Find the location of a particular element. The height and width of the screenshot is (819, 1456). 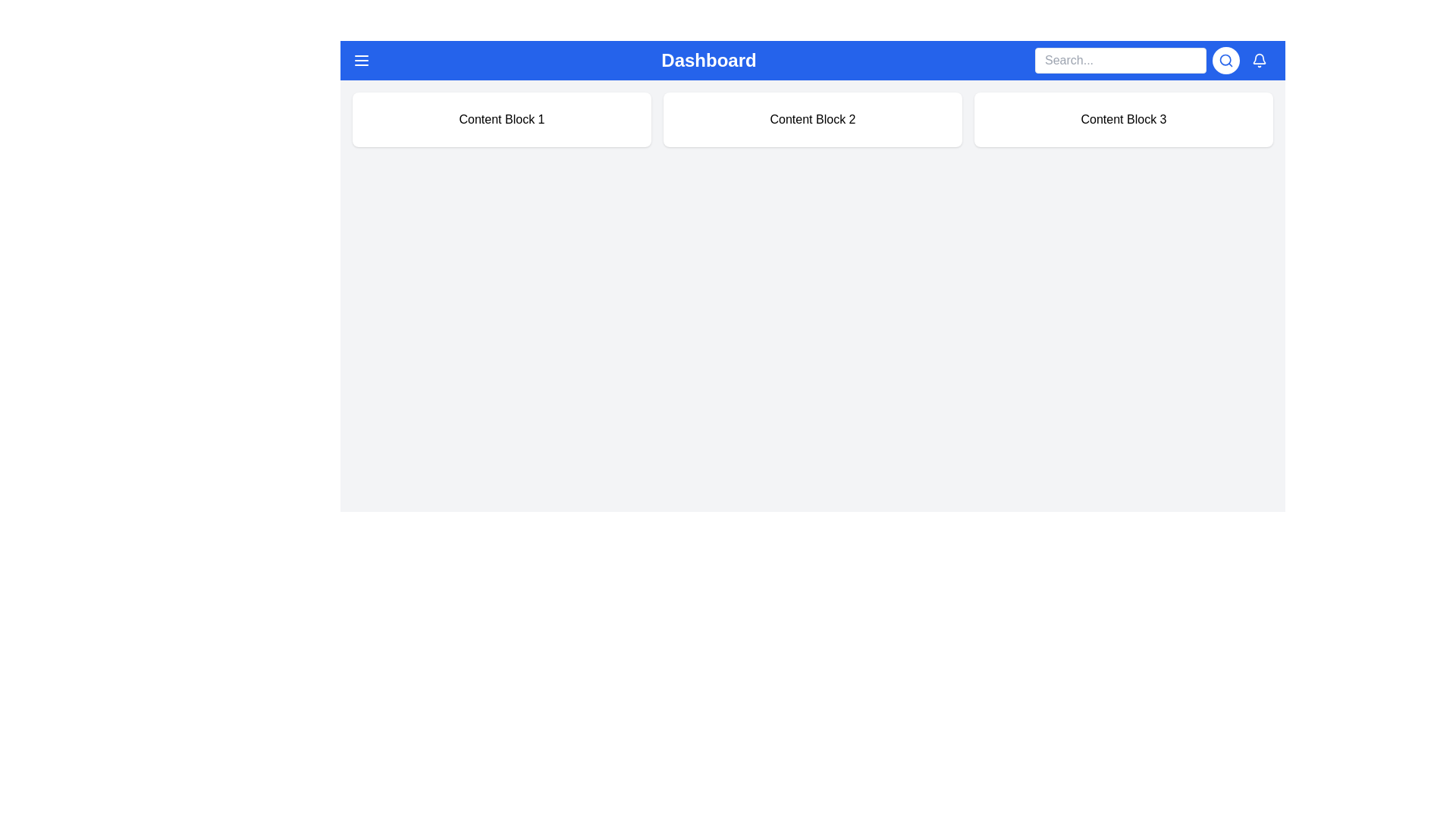

the blue magnifying glass icon button located in the top right corner of the interface to initiate the search functionality is located at coordinates (1226, 60).